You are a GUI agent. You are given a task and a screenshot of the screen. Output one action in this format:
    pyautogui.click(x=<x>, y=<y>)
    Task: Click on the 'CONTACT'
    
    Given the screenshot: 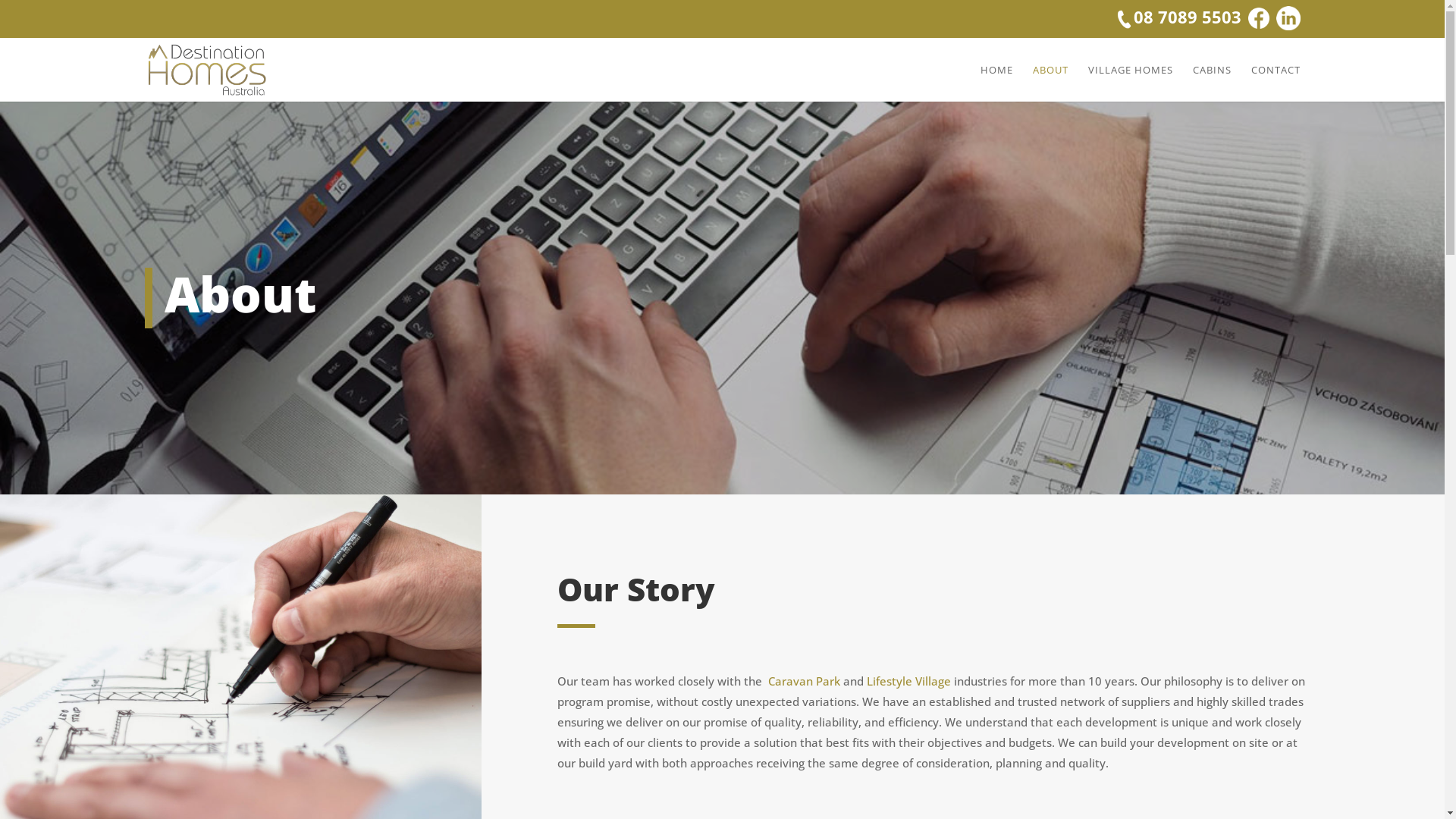 What is the action you would take?
    pyautogui.click(x=1275, y=83)
    